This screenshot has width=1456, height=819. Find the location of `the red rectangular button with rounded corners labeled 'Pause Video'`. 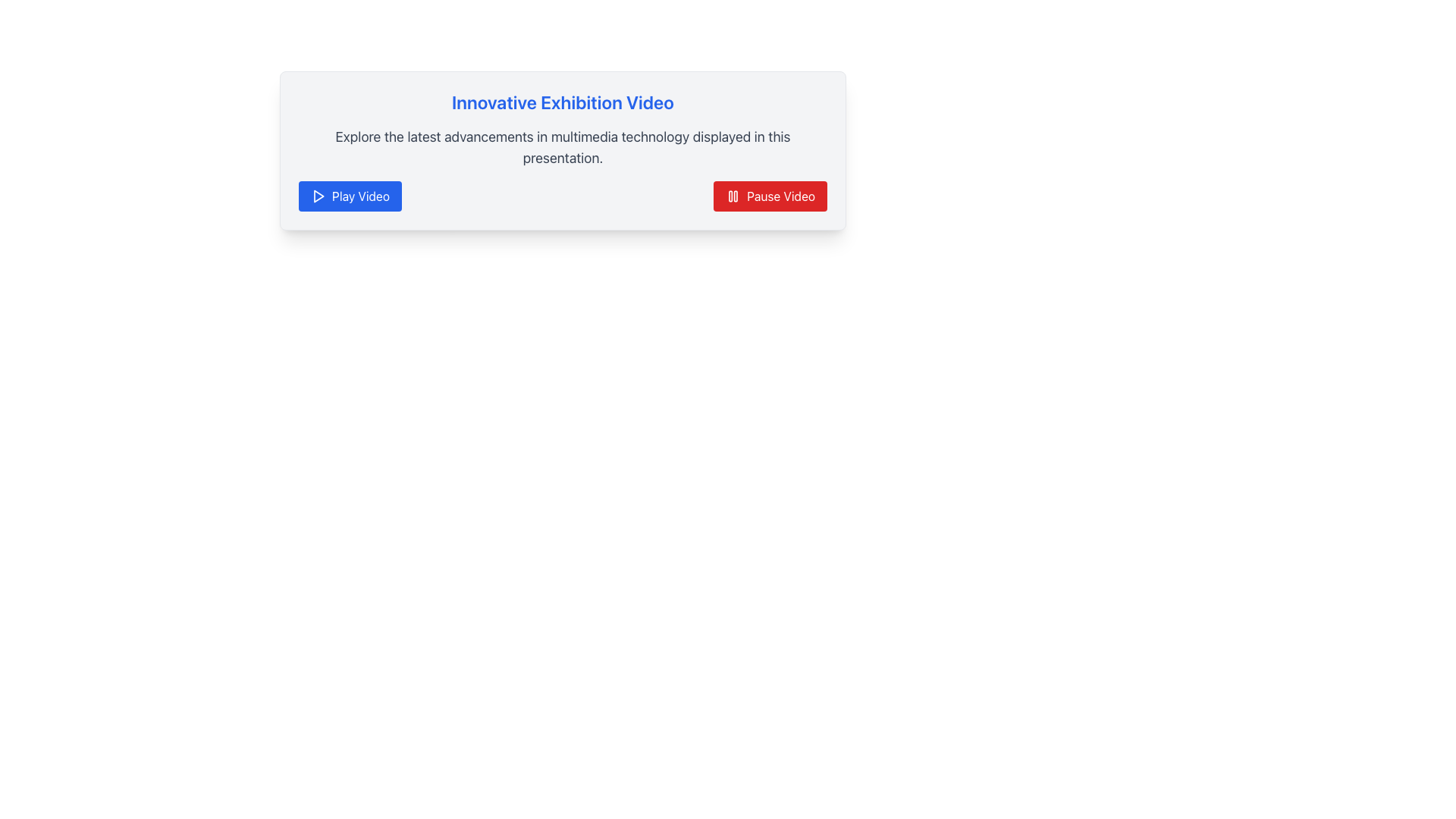

the red rectangular button with rounded corners labeled 'Pause Video' is located at coordinates (770, 195).